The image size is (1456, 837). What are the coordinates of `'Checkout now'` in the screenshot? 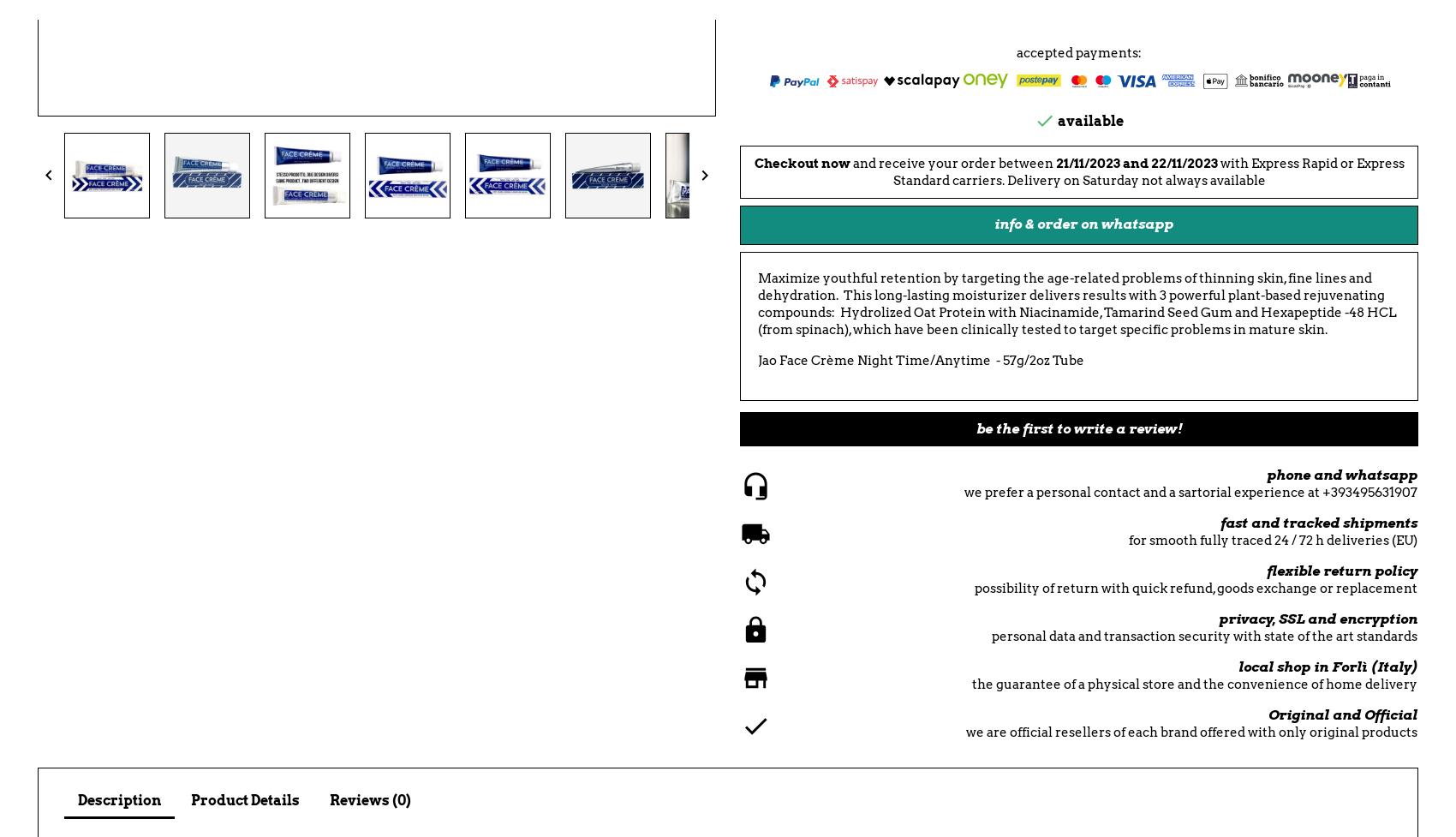 It's located at (753, 163).